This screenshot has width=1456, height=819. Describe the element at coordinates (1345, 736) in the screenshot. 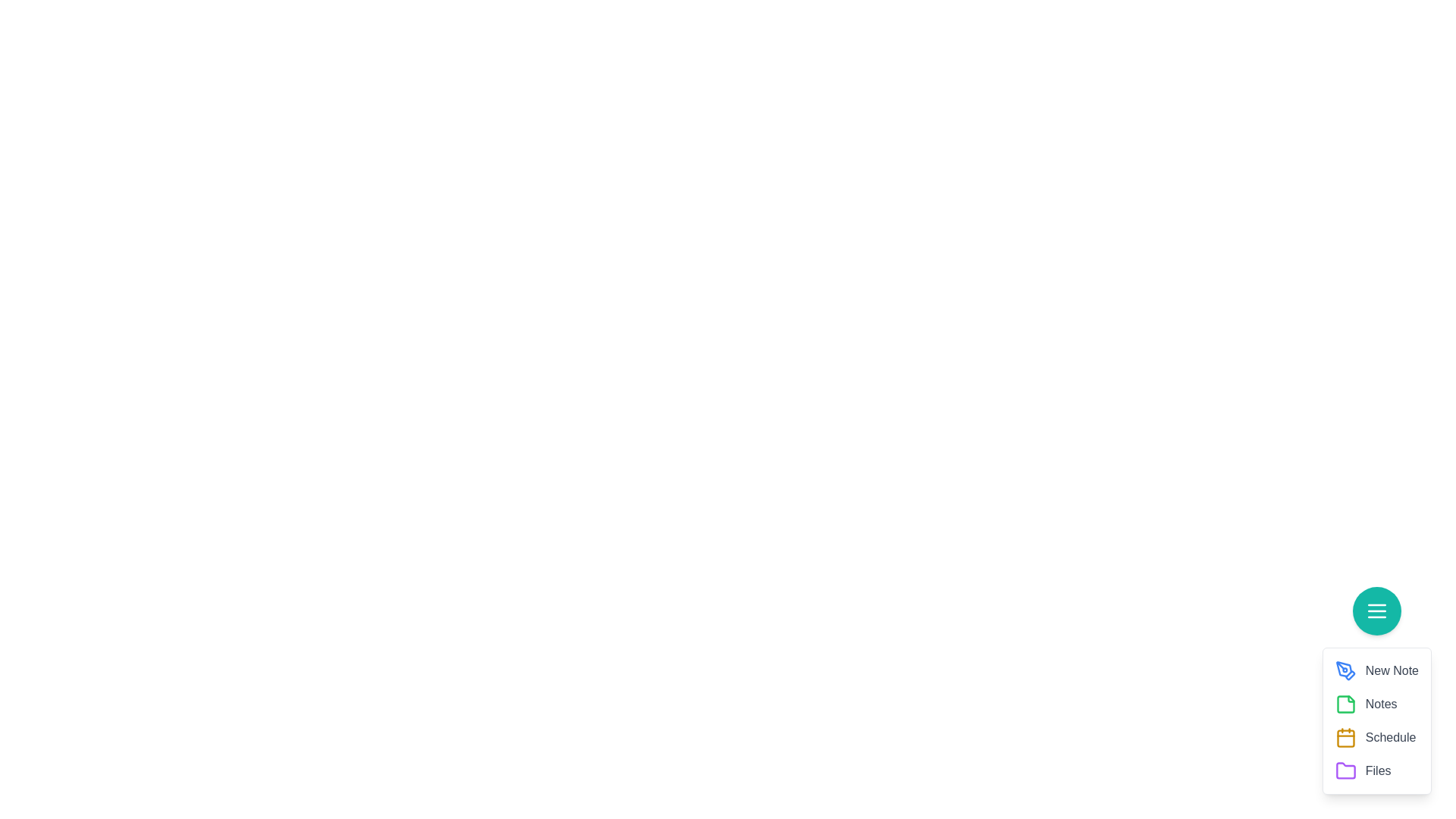

I see `the Schedule from the speed dial menu` at that location.